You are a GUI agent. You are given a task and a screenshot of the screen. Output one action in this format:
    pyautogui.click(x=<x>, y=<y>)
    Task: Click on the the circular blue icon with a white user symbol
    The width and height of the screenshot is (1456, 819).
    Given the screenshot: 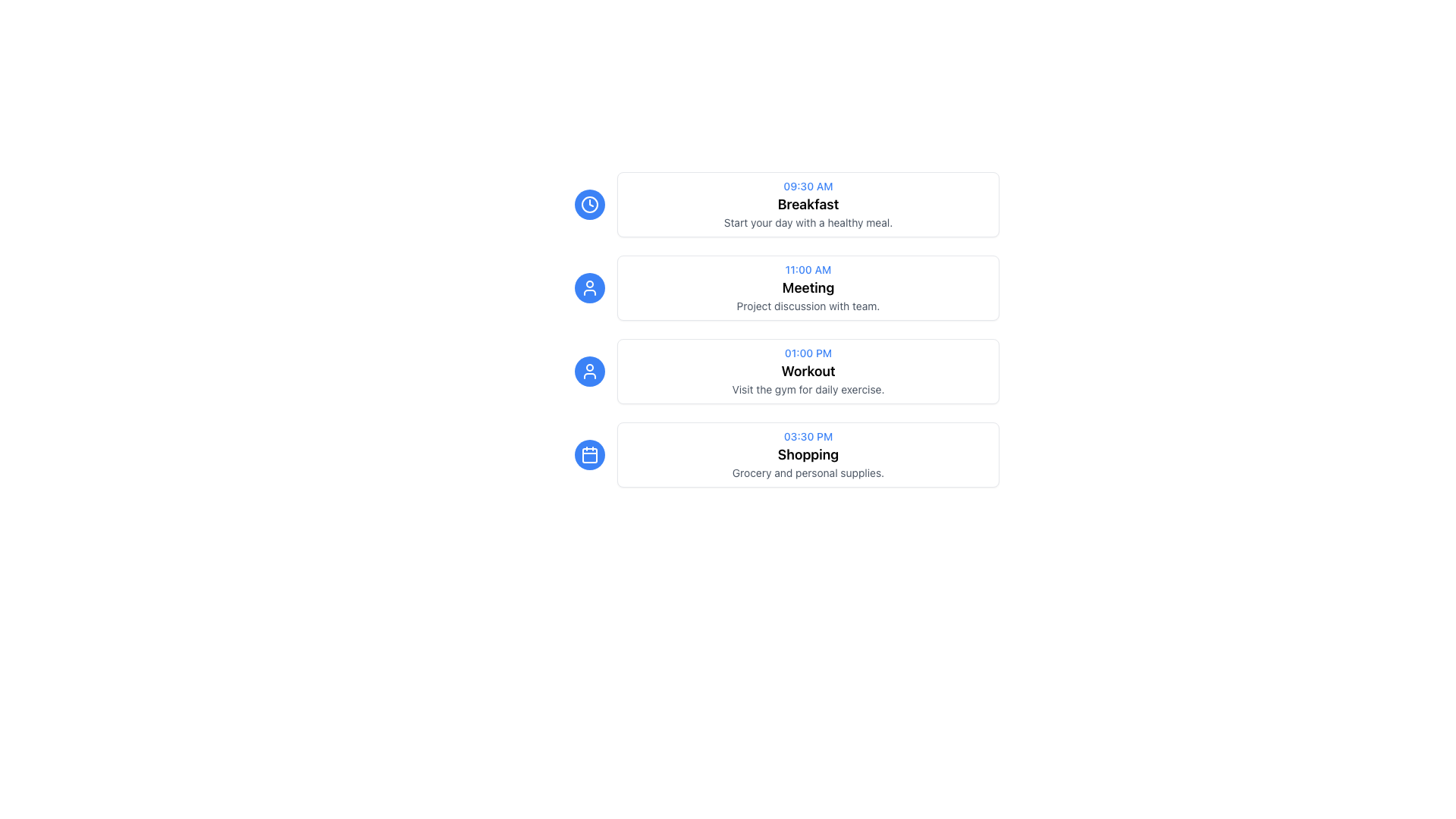 What is the action you would take?
    pyautogui.click(x=588, y=288)
    